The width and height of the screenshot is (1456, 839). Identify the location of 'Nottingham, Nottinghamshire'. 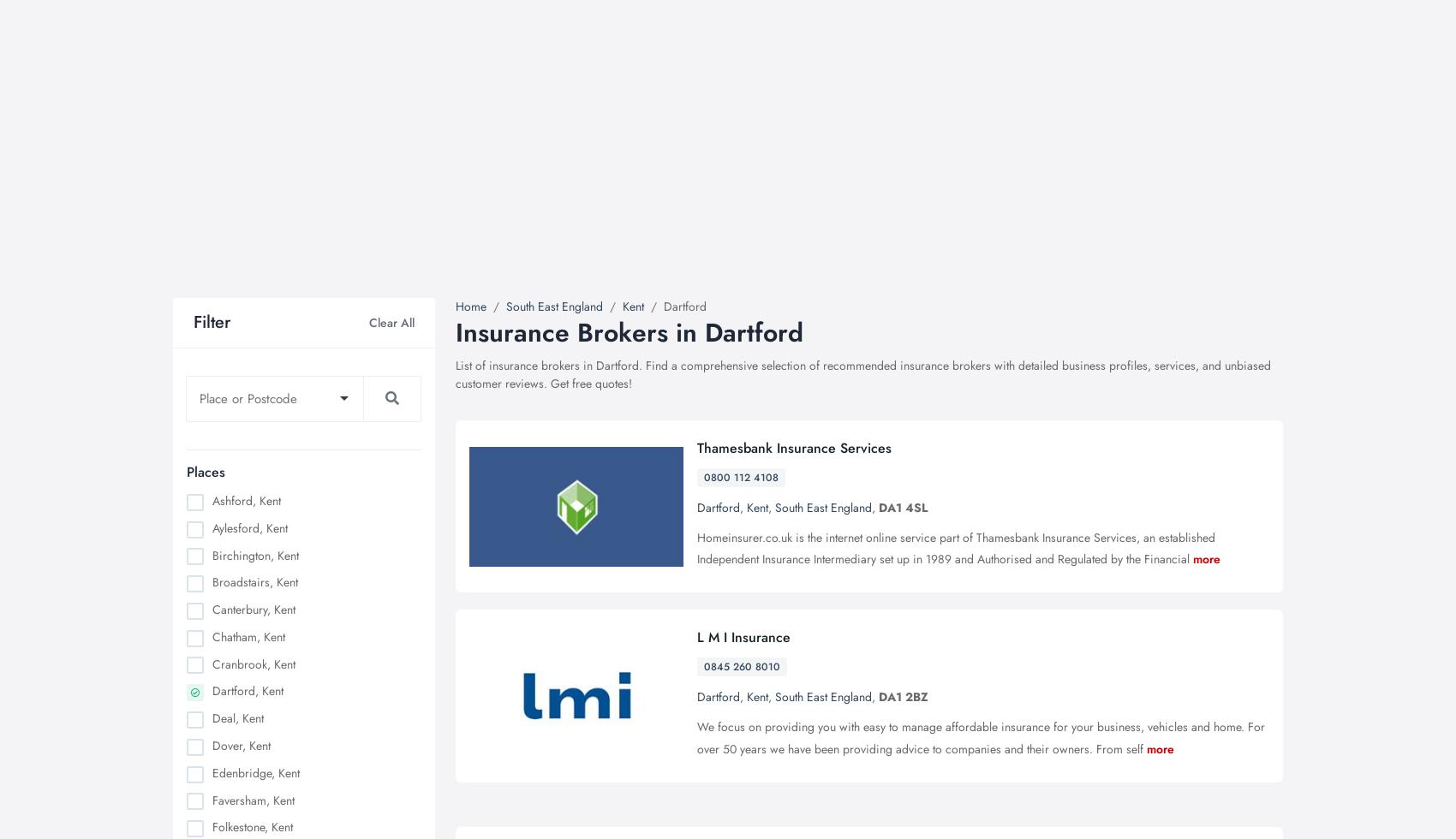
(286, 575).